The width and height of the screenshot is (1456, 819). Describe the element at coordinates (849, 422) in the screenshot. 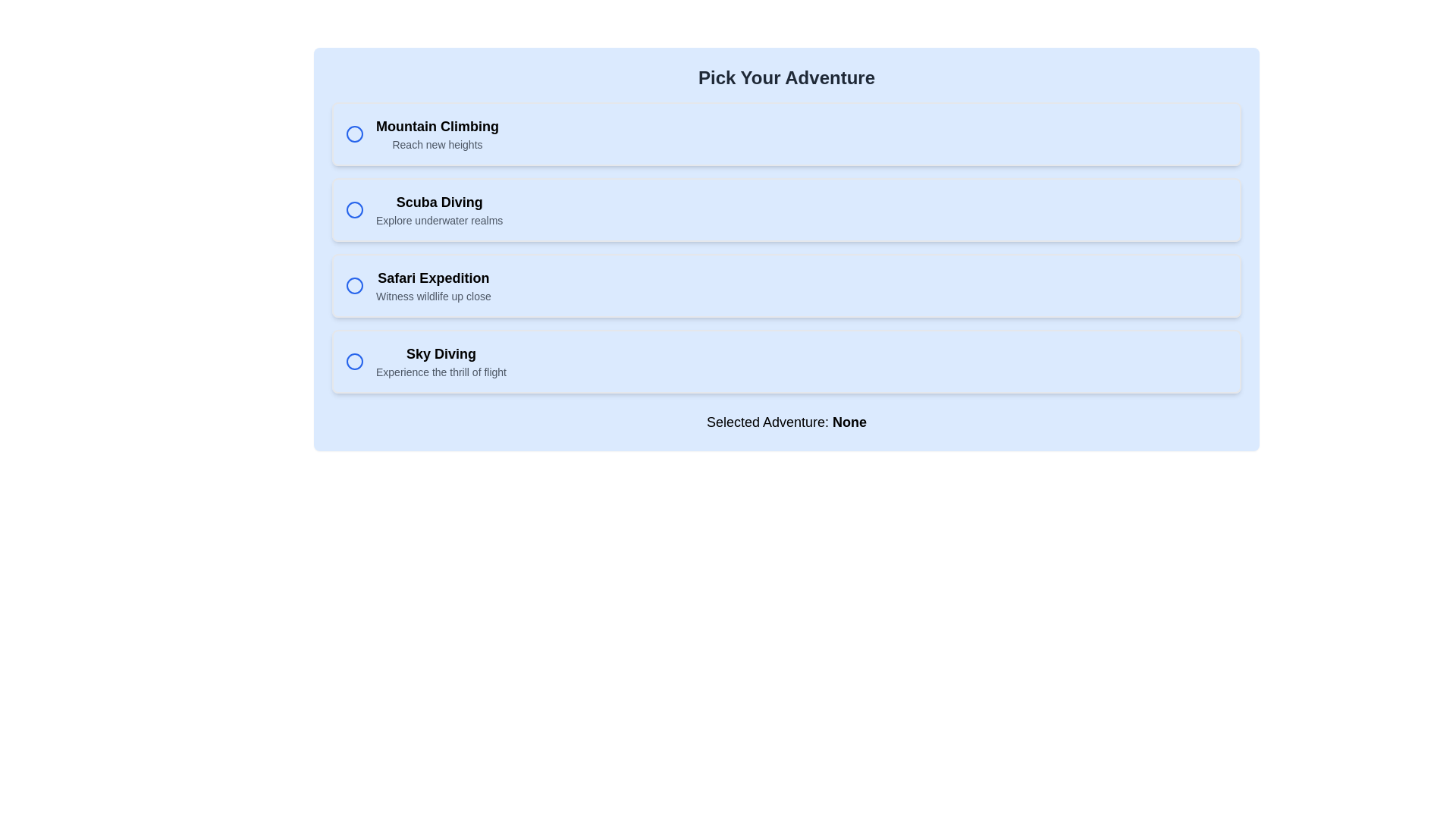

I see `the bold-styled text displaying 'None' located to the right of 'Selected Adventure:' at the bottom center of the interface` at that location.